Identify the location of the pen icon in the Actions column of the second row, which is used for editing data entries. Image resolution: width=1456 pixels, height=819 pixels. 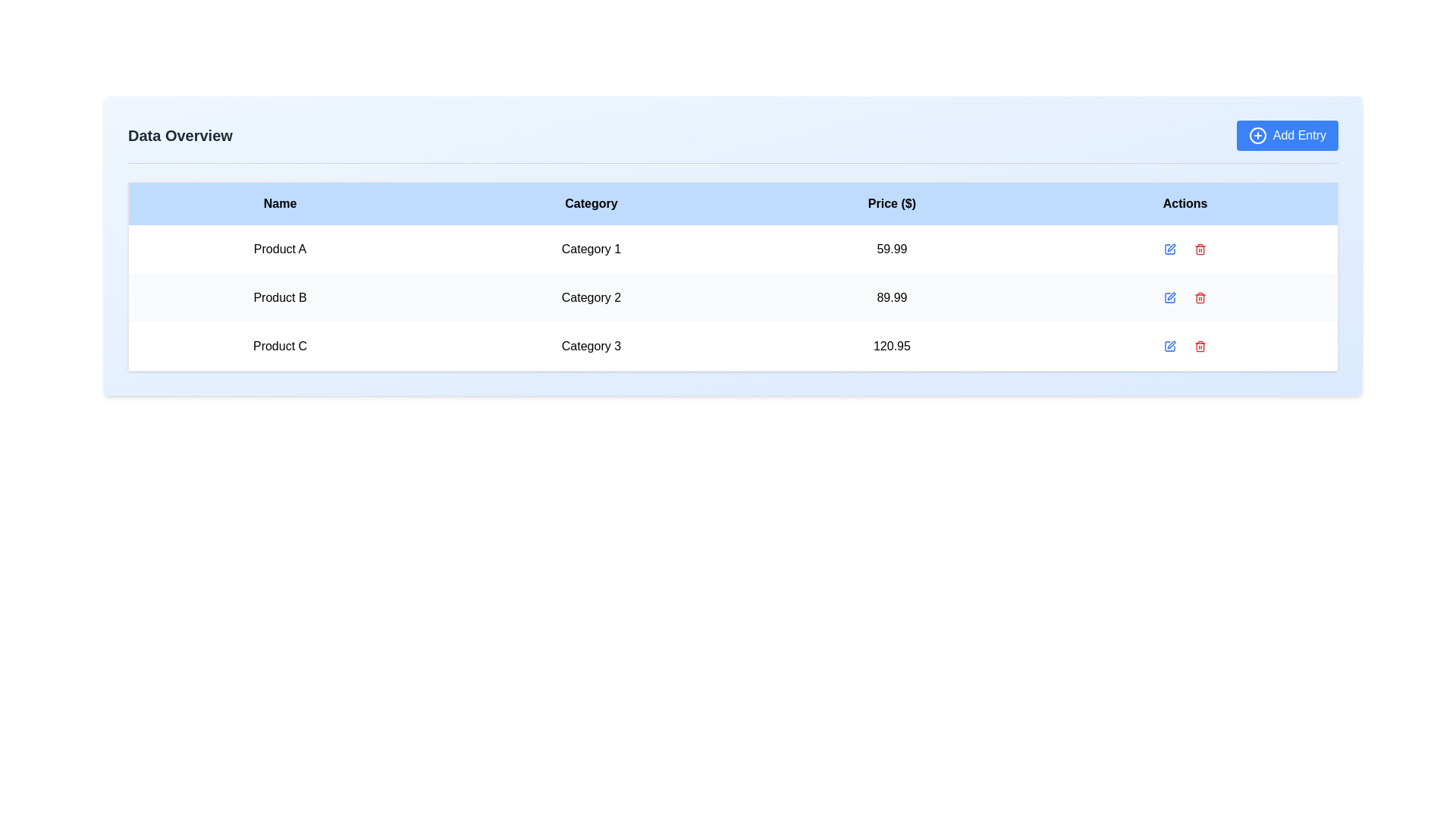
(1171, 296).